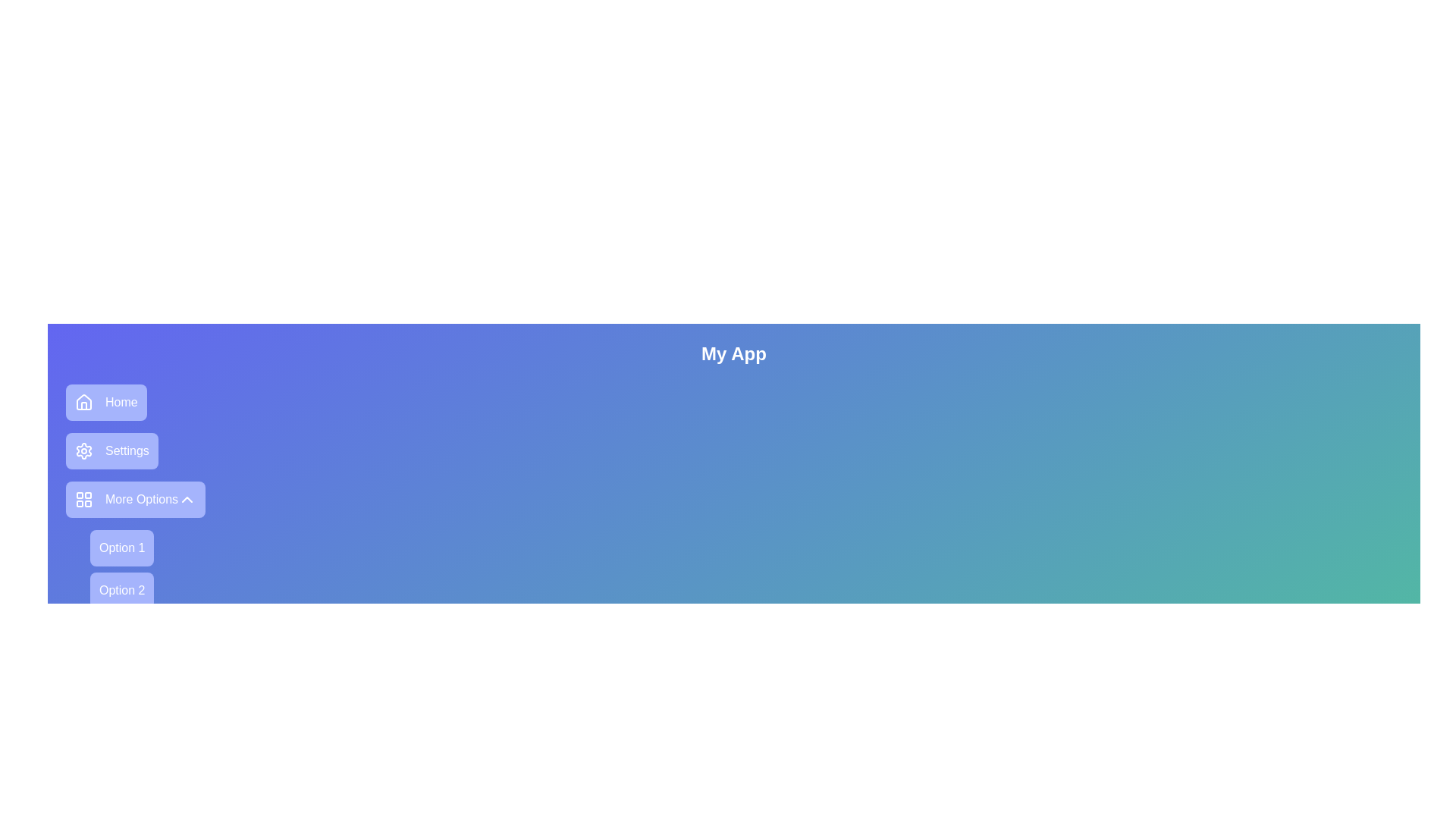 Image resolution: width=1456 pixels, height=819 pixels. I want to click on the 'Home' button in the left-hand vertical menu which contains the house icon, so click(83, 400).